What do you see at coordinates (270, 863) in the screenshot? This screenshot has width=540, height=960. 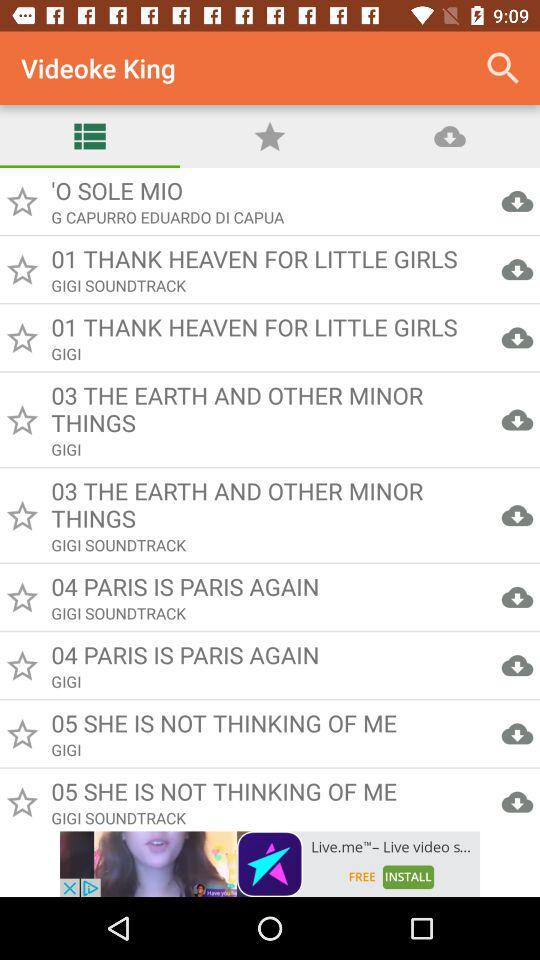 I see `click on advertisement` at bounding box center [270, 863].